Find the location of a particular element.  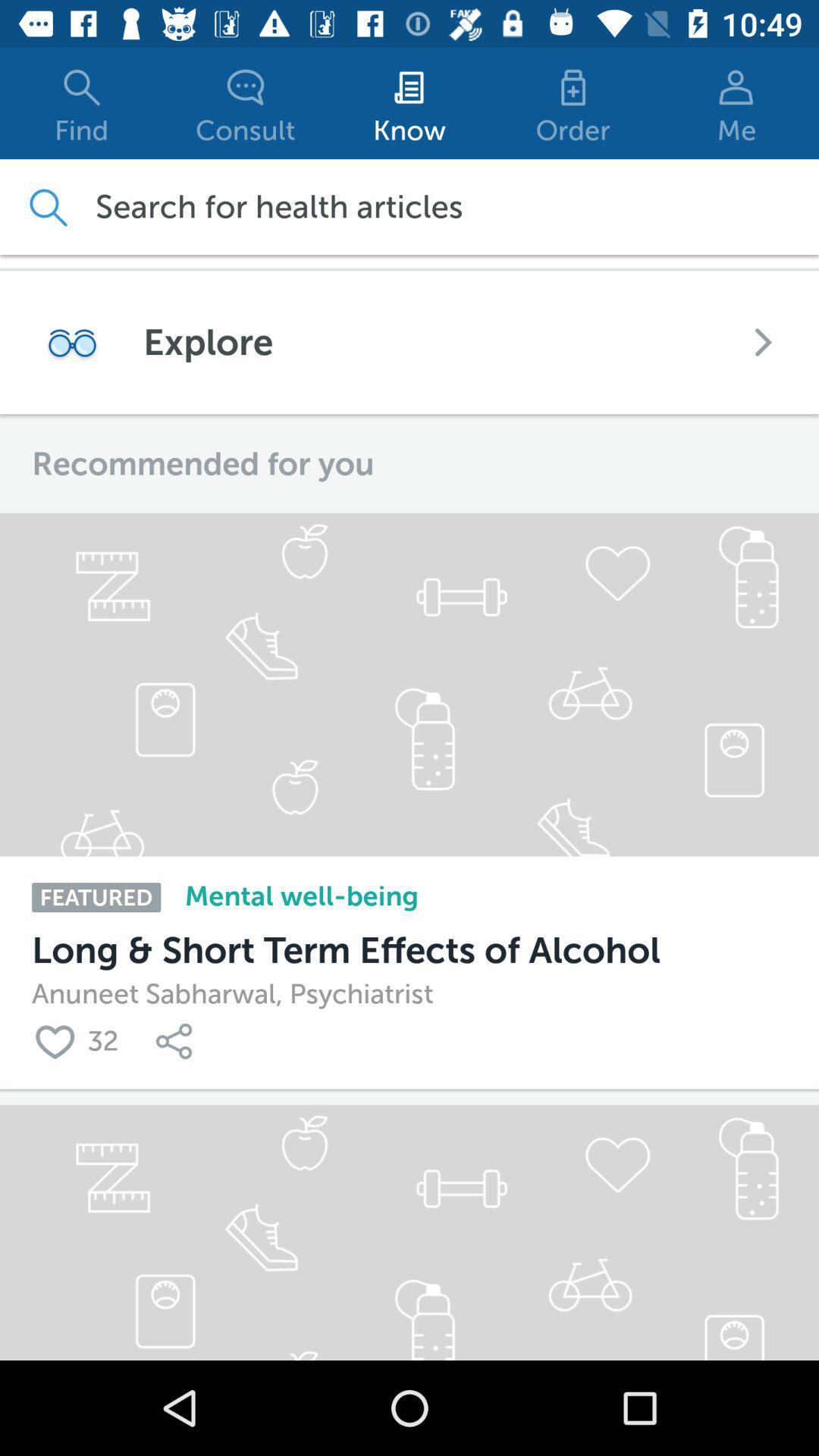

seach for health articles is located at coordinates (46, 206).